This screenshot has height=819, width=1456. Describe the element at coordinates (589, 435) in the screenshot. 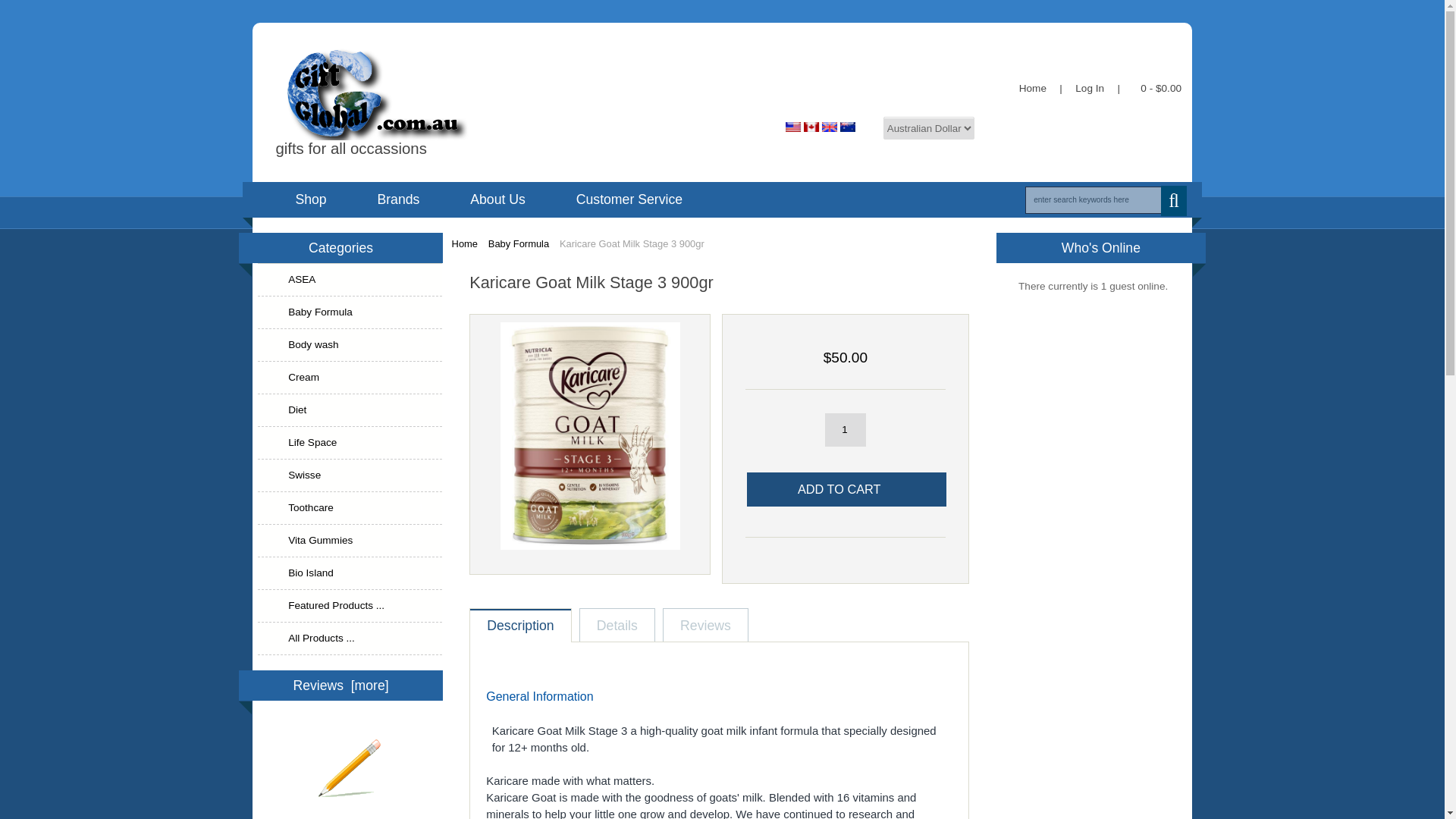

I see `' Karicare Goat Milk Stage 3 900gr '` at that location.